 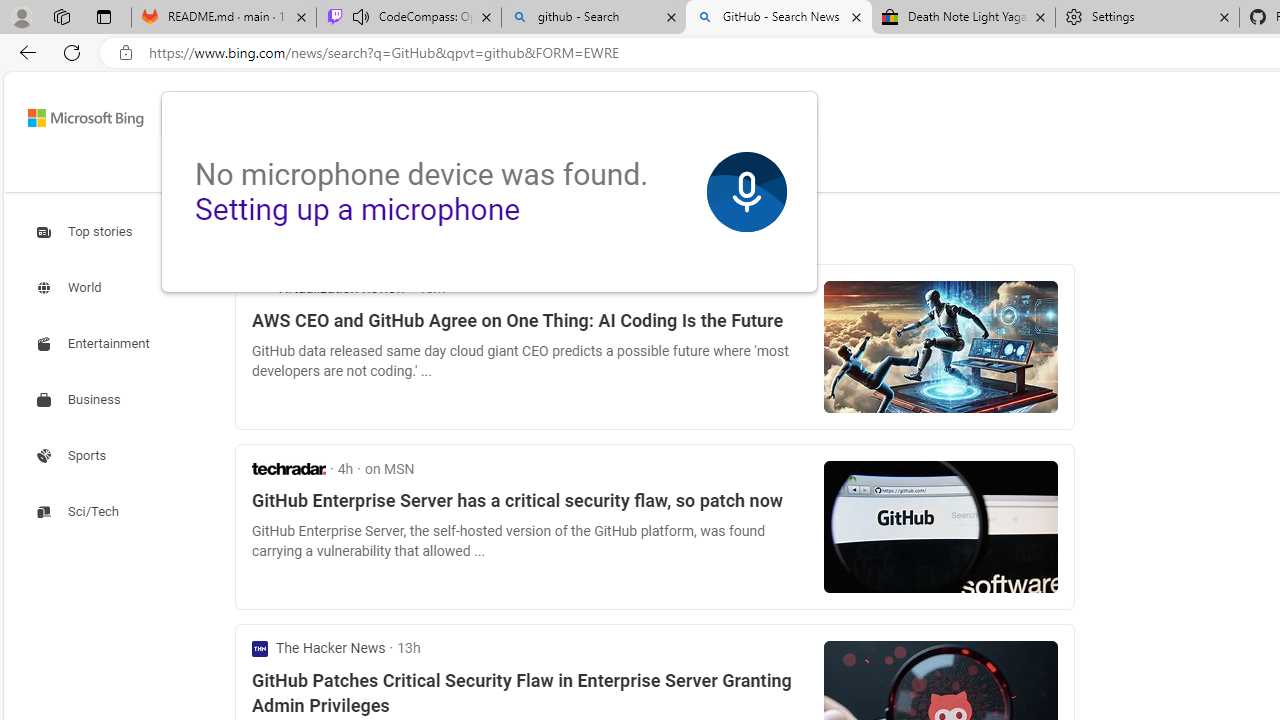 What do you see at coordinates (125, 52) in the screenshot?
I see `'View site information'` at bounding box center [125, 52].